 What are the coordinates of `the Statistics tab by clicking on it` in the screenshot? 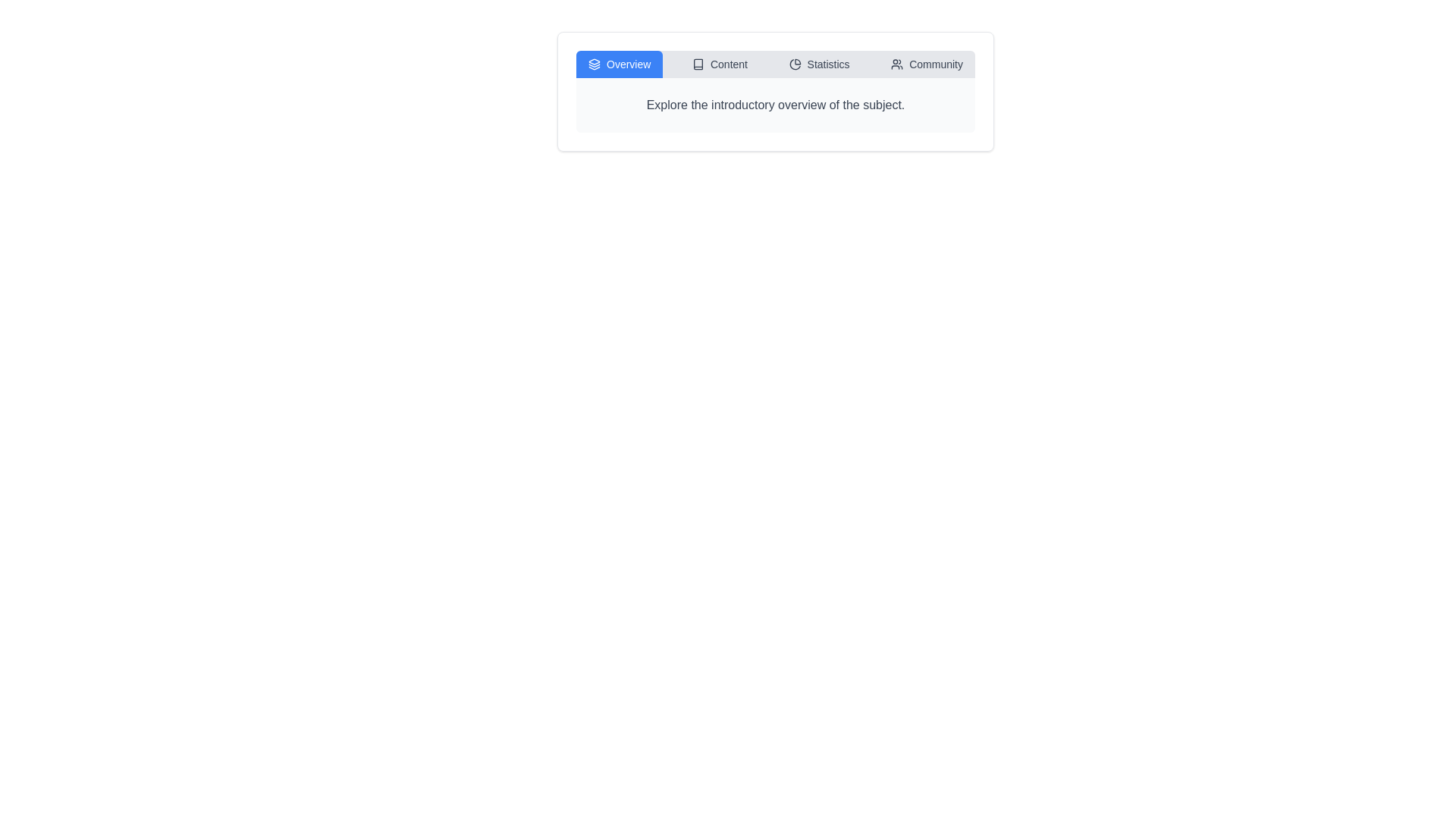 It's located at (818, 63).